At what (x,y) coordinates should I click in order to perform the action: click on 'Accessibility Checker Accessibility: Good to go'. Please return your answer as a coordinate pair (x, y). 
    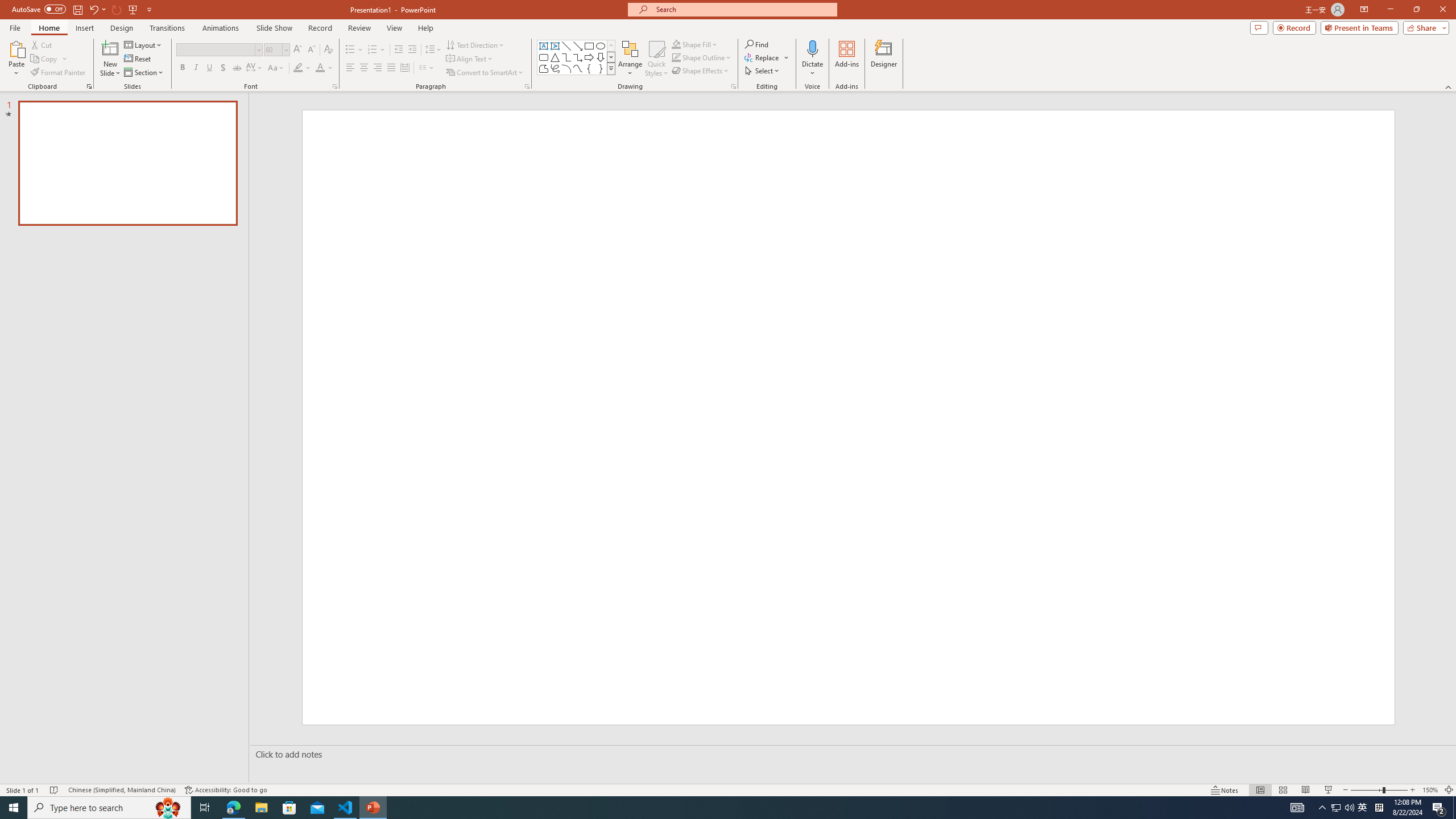
    Looking at the image, I should click on (226, 790).